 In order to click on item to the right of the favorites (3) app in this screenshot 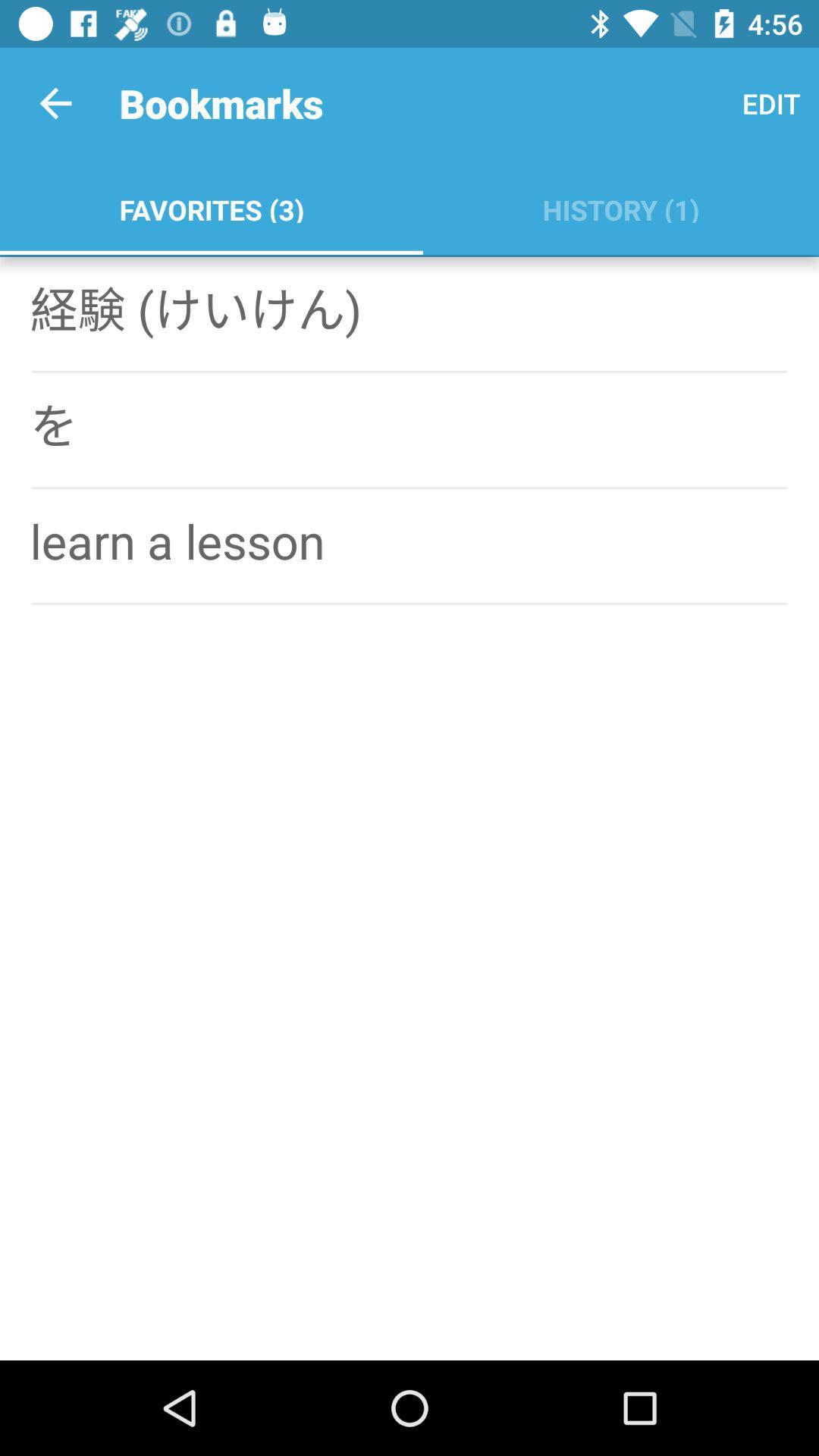, I will do `click(620, 206)`.